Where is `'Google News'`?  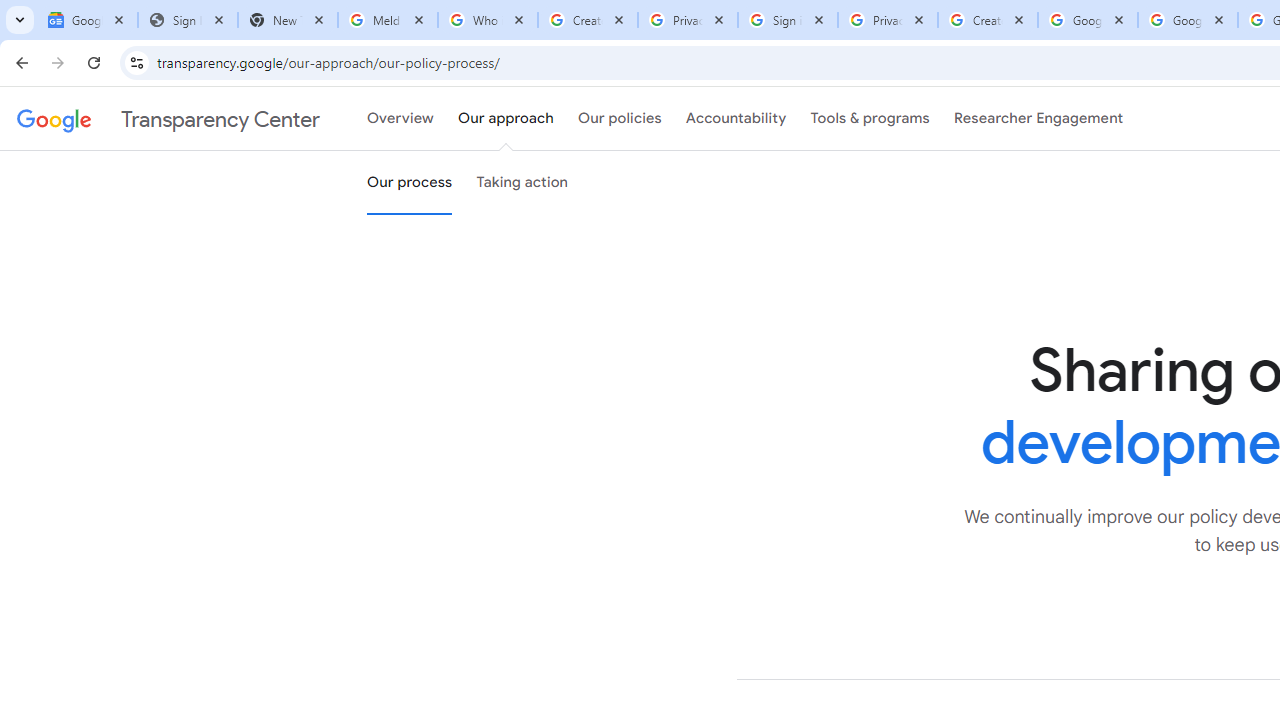 'Google News' is located at coordinates (86, 20).